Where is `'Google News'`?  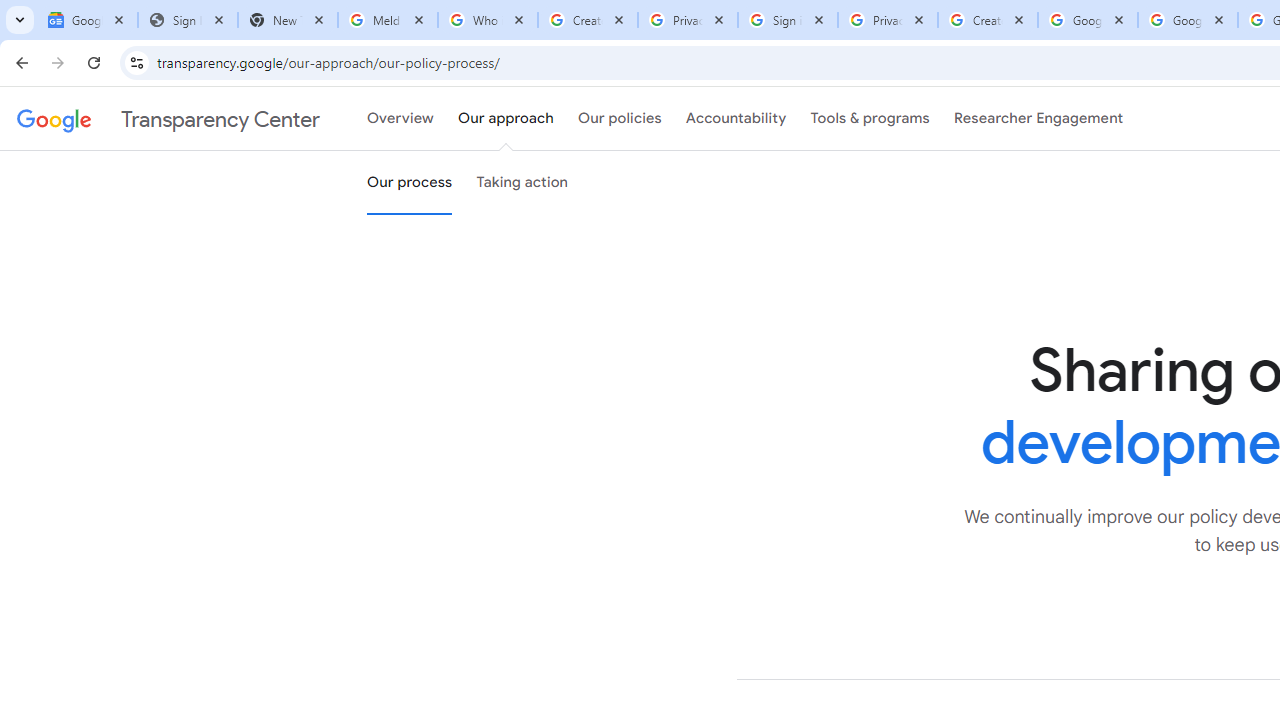 'Google News' is located at coordinates (86, 20).